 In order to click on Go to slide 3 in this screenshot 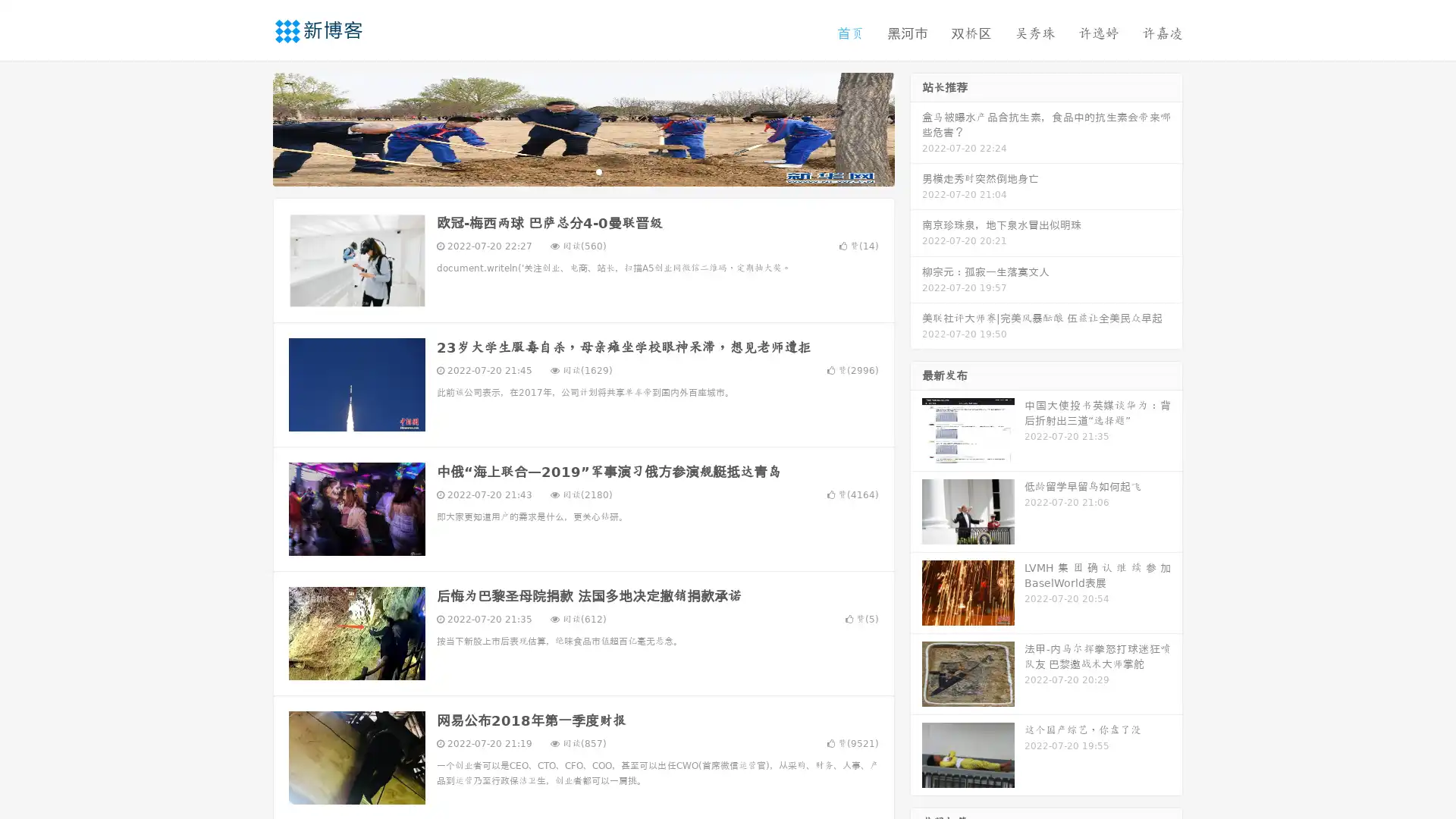, I will do `click(598, 171)`.